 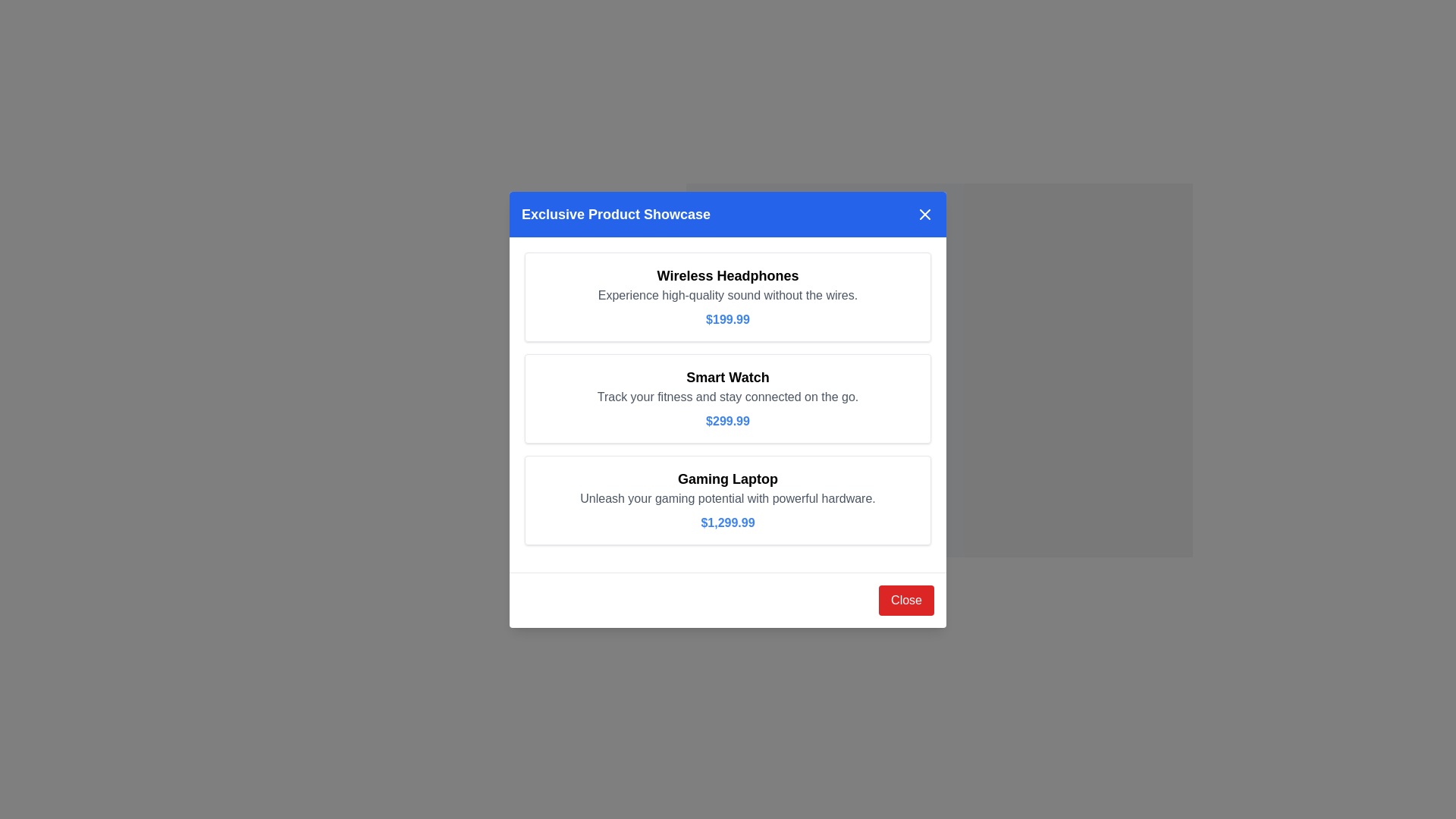 I want to click on the close button located at the far right of the header section labeled 'Exclusive Product Showcase', so click(x=924, y=213).